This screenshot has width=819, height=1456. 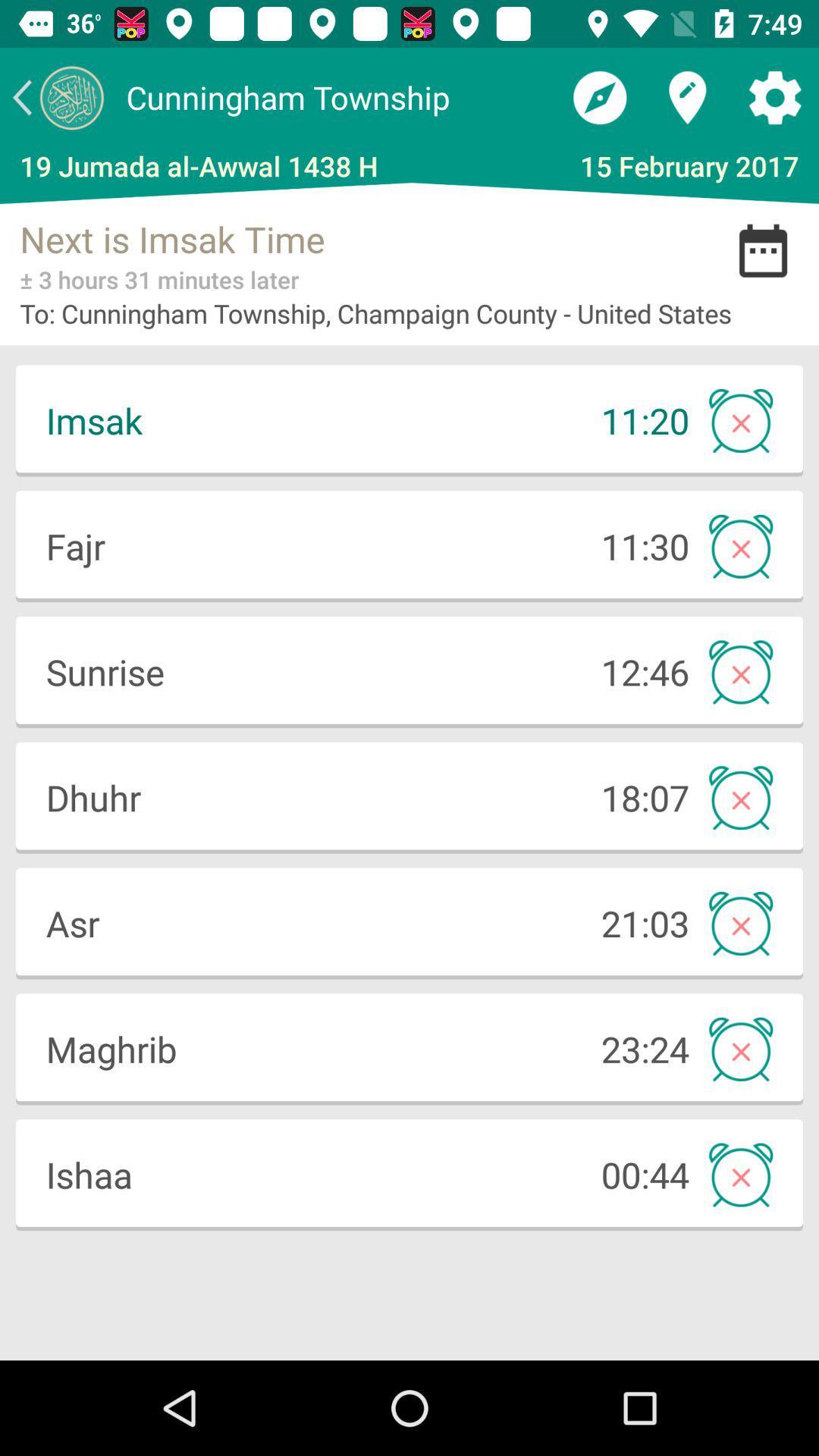 What do you see at coordinates (599, 96) in the screenshot?
I see `the explore icon` at bounding box center [599, 96].